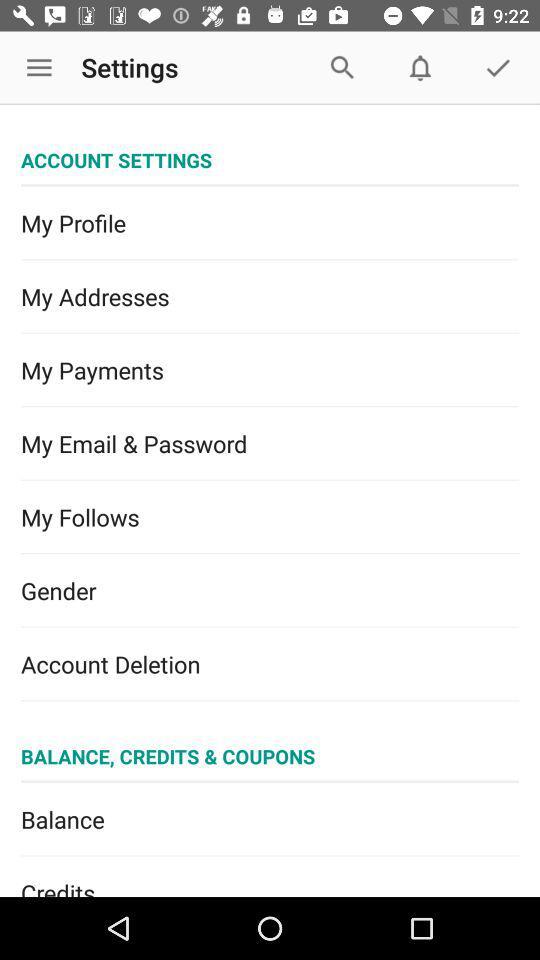  Describe the element at coordinates (270, 296) in the screenshot. I see `the icon above my payments item` at that location.